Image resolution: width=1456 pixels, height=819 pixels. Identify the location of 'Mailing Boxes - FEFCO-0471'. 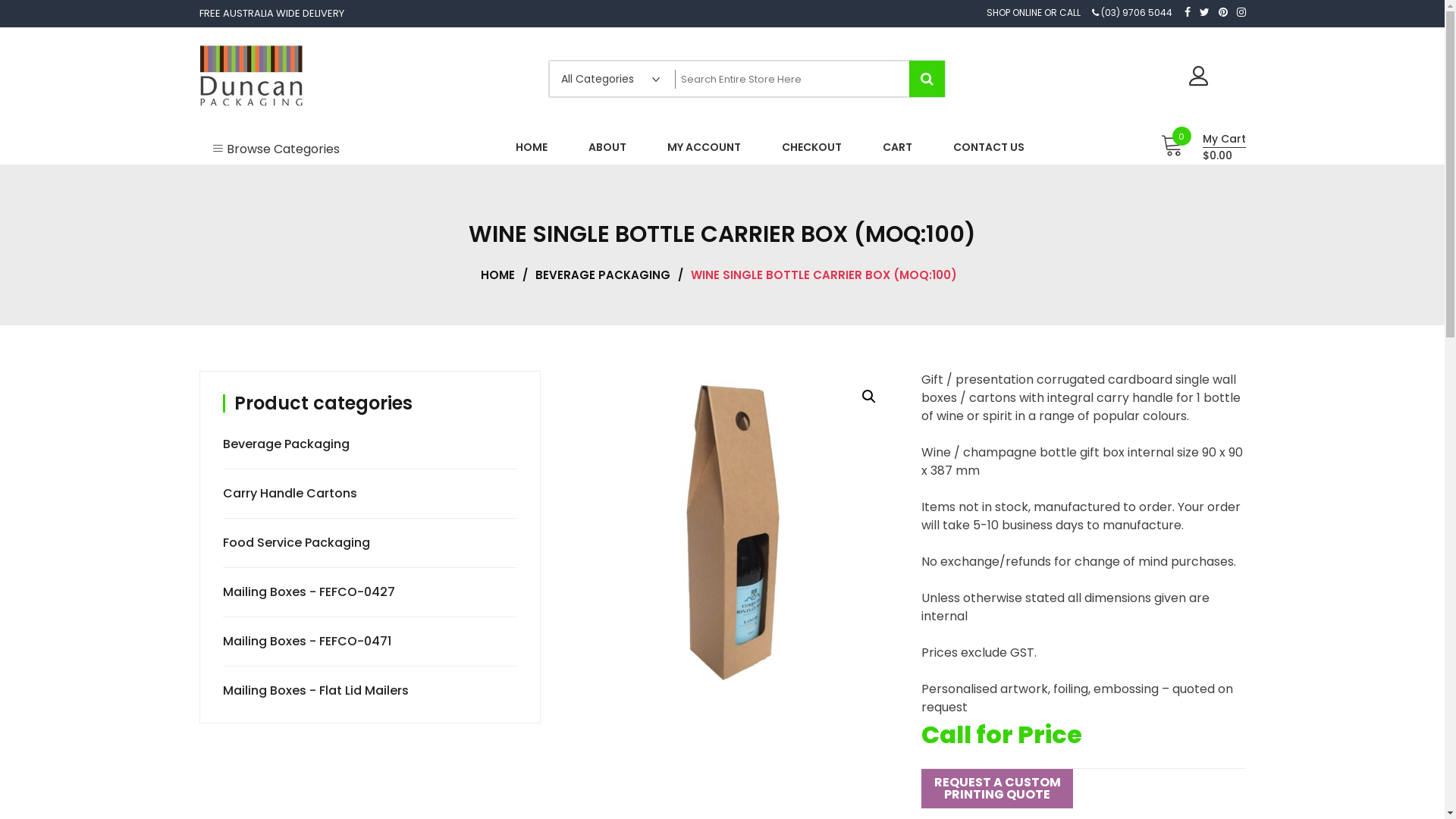
(308, 641).